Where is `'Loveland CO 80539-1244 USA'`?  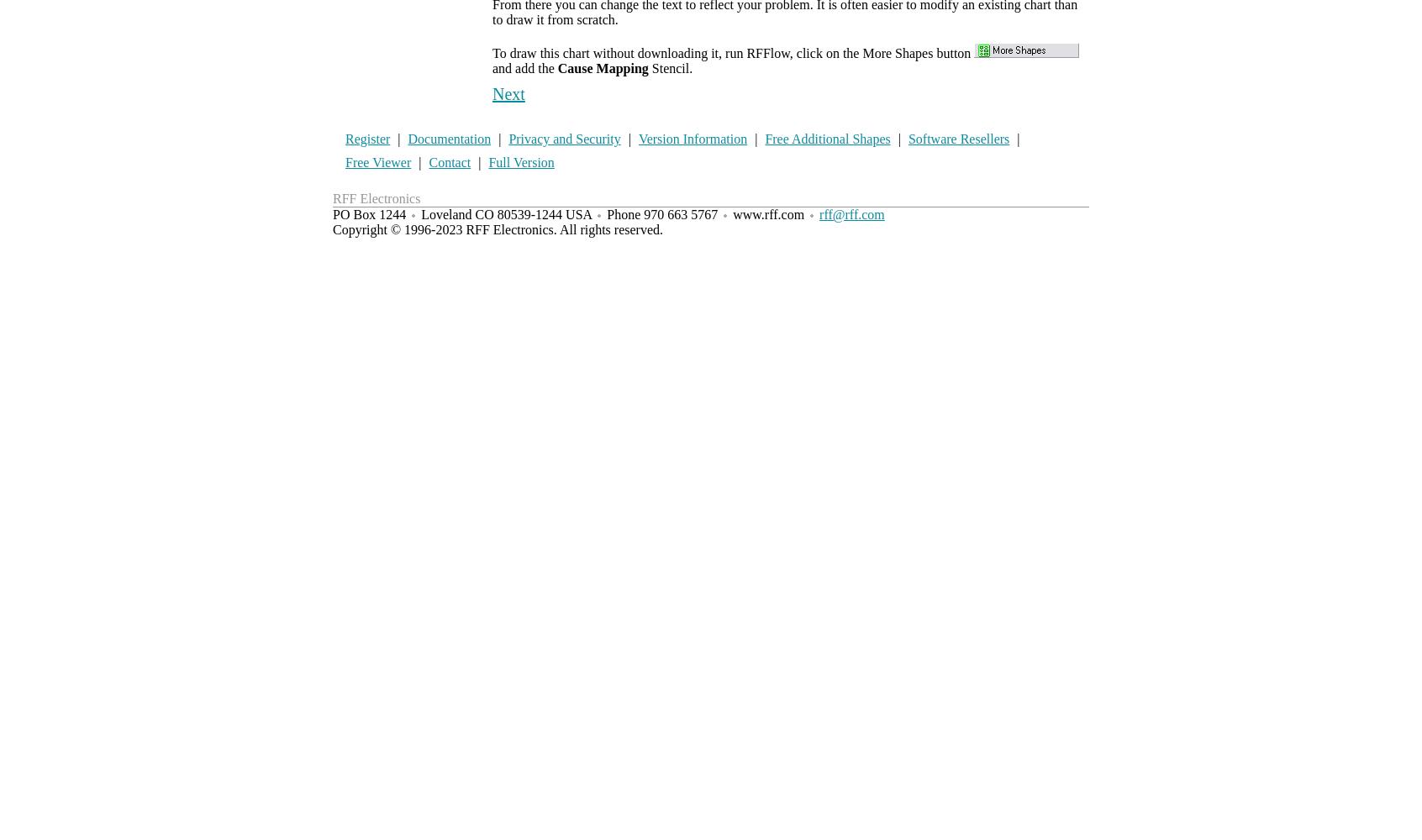
'Loveland CO 80539-1244 USA' is located at coordinates (505, 214).